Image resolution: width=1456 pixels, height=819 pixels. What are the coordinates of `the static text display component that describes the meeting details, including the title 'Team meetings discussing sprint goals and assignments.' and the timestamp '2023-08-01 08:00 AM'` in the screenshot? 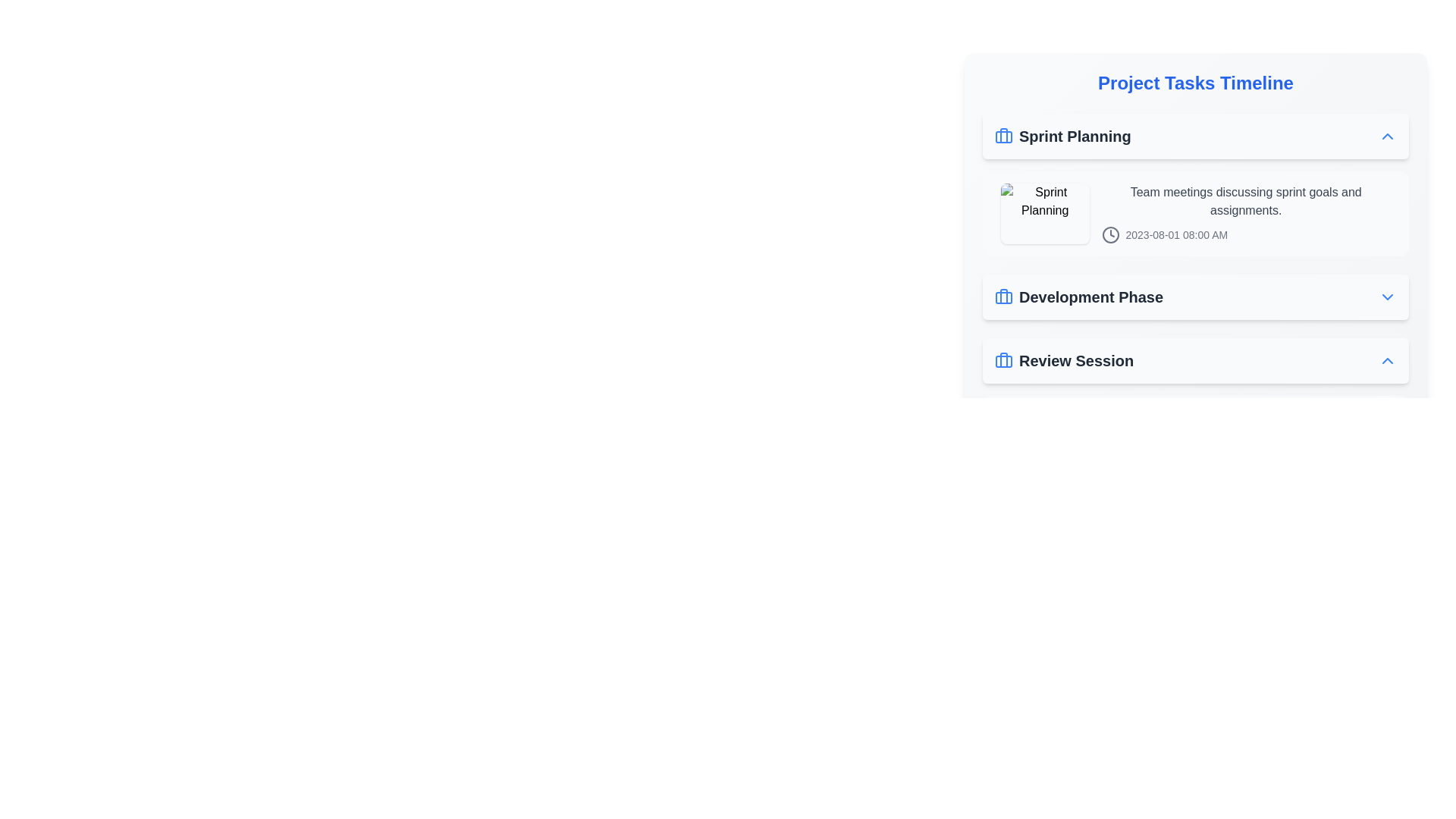 It's located at (1246, 213).